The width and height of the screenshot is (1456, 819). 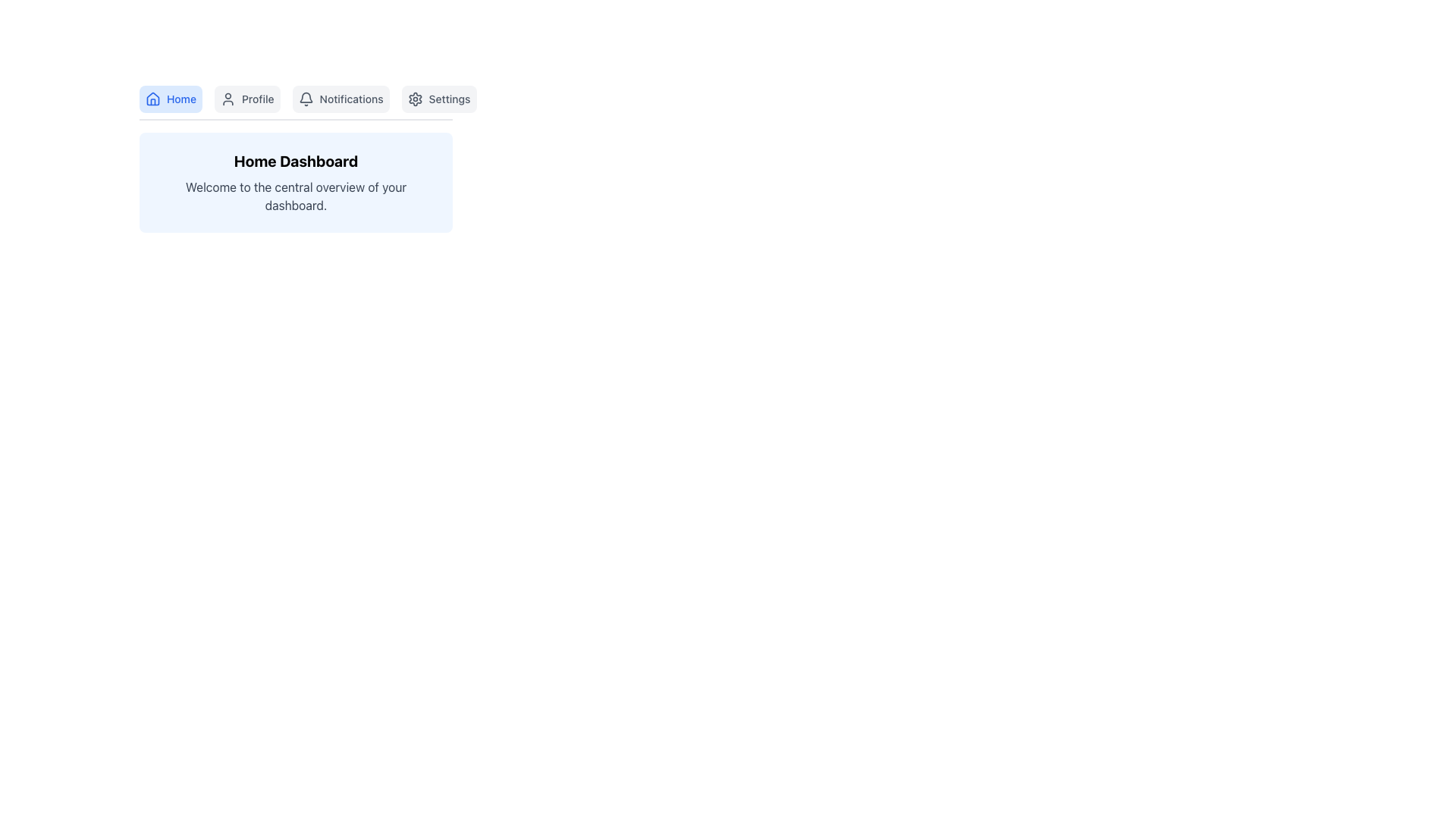 What do you see at coordinates (296, 102) in the screenshot?
I see `the navigation label in the Navigation Bar Section` at bounding box center [296, 102].